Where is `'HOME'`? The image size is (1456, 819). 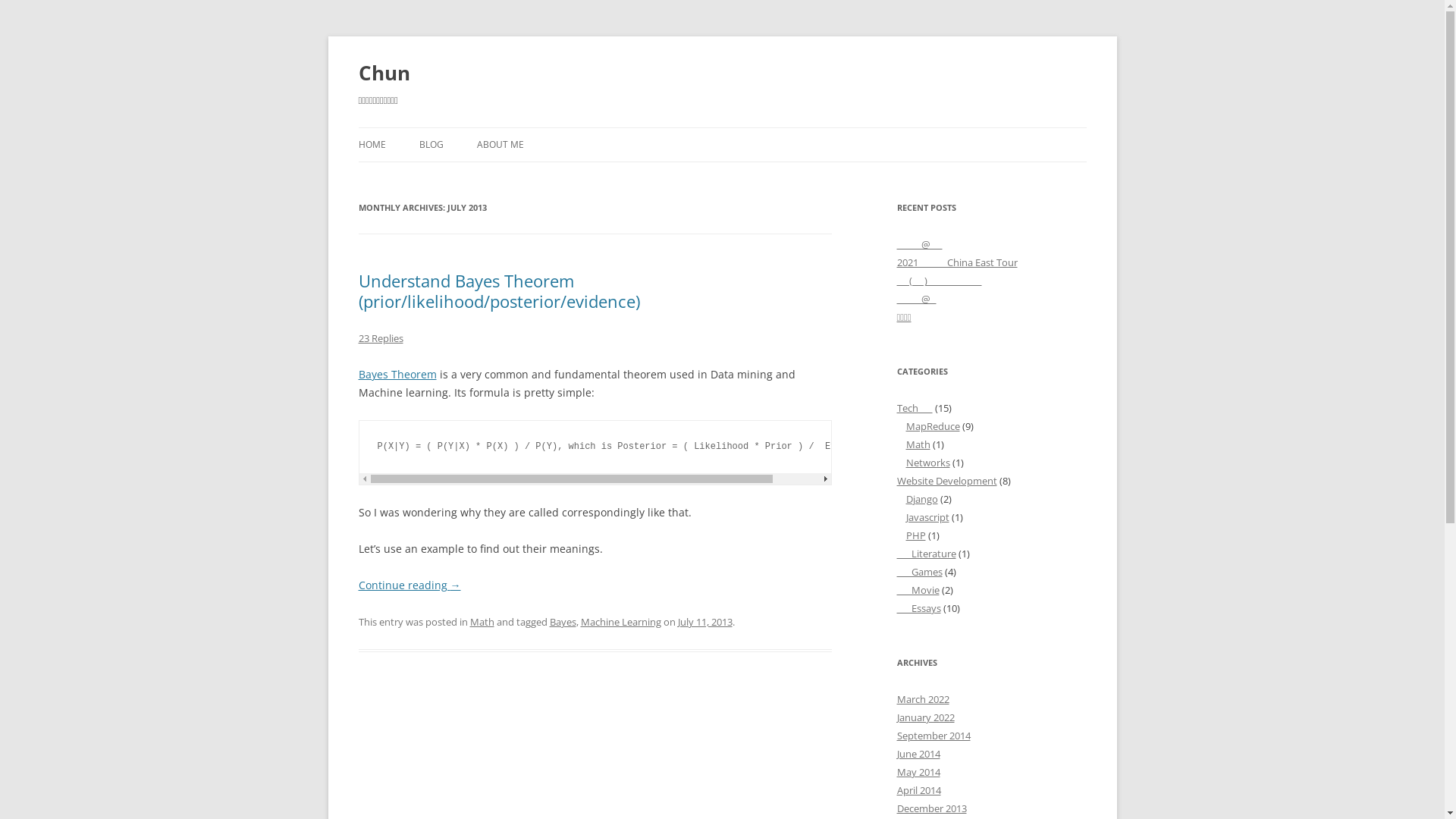
'HOME' is located at coordinates (356, 145).